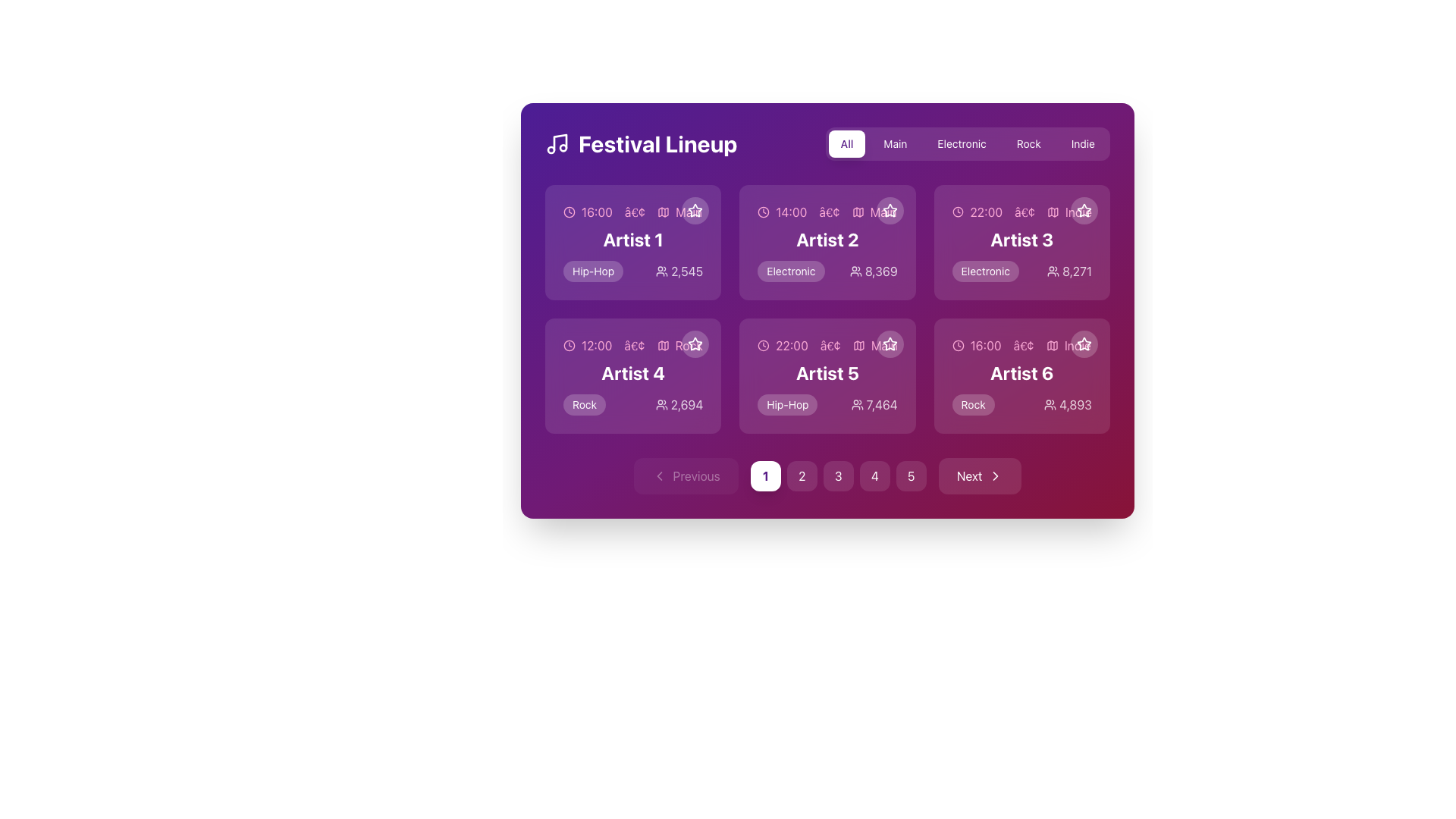 This screenshot has width=1456, height=819. Describe the element at coordinates (1021, 212) in the screenshot. I see `the Label with icons that provides scheduling and categorization information for the Artist 3 card, located at the top center area of the card` at that location.